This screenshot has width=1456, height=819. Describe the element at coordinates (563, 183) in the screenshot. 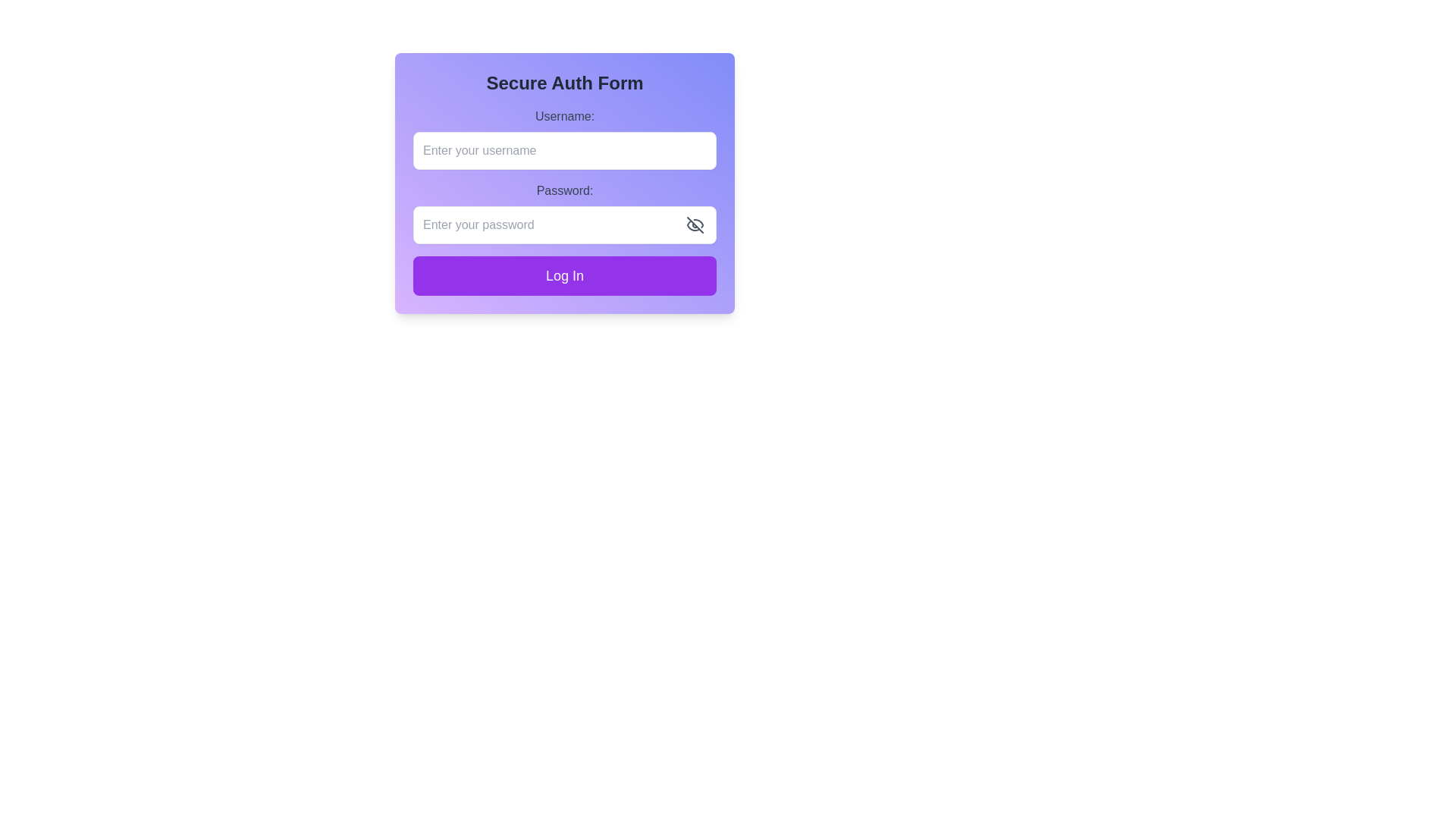

I see `the input fields within the 'Secure Auth Form' modal to focus them and type the username and password` at that location.